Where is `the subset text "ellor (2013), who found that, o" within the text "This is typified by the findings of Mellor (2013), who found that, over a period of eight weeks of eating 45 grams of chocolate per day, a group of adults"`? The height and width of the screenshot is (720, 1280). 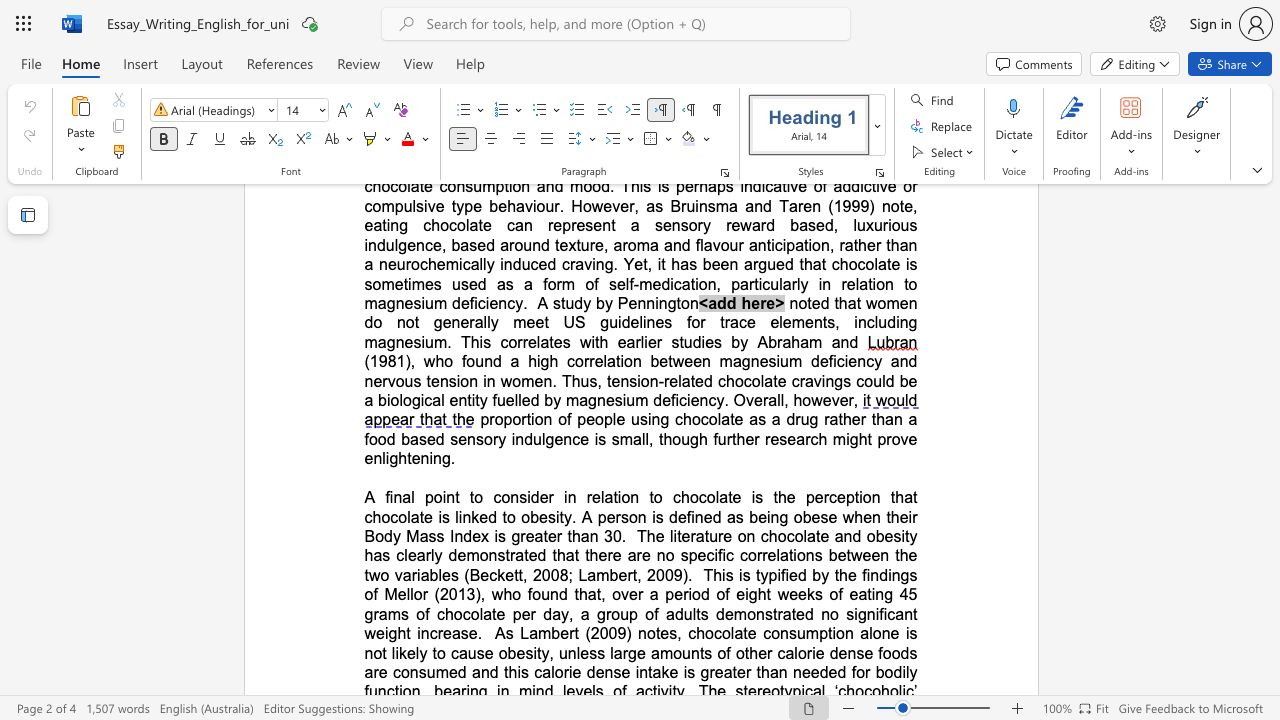
the subset text "ellor (2013), who found that, o" within the text "This is typified by the findings of Mellor (2013), who found that, over a period of eight weeks of eating 45 grams of chocolate per day, a group of adults" is located at coordinates (397, 593).